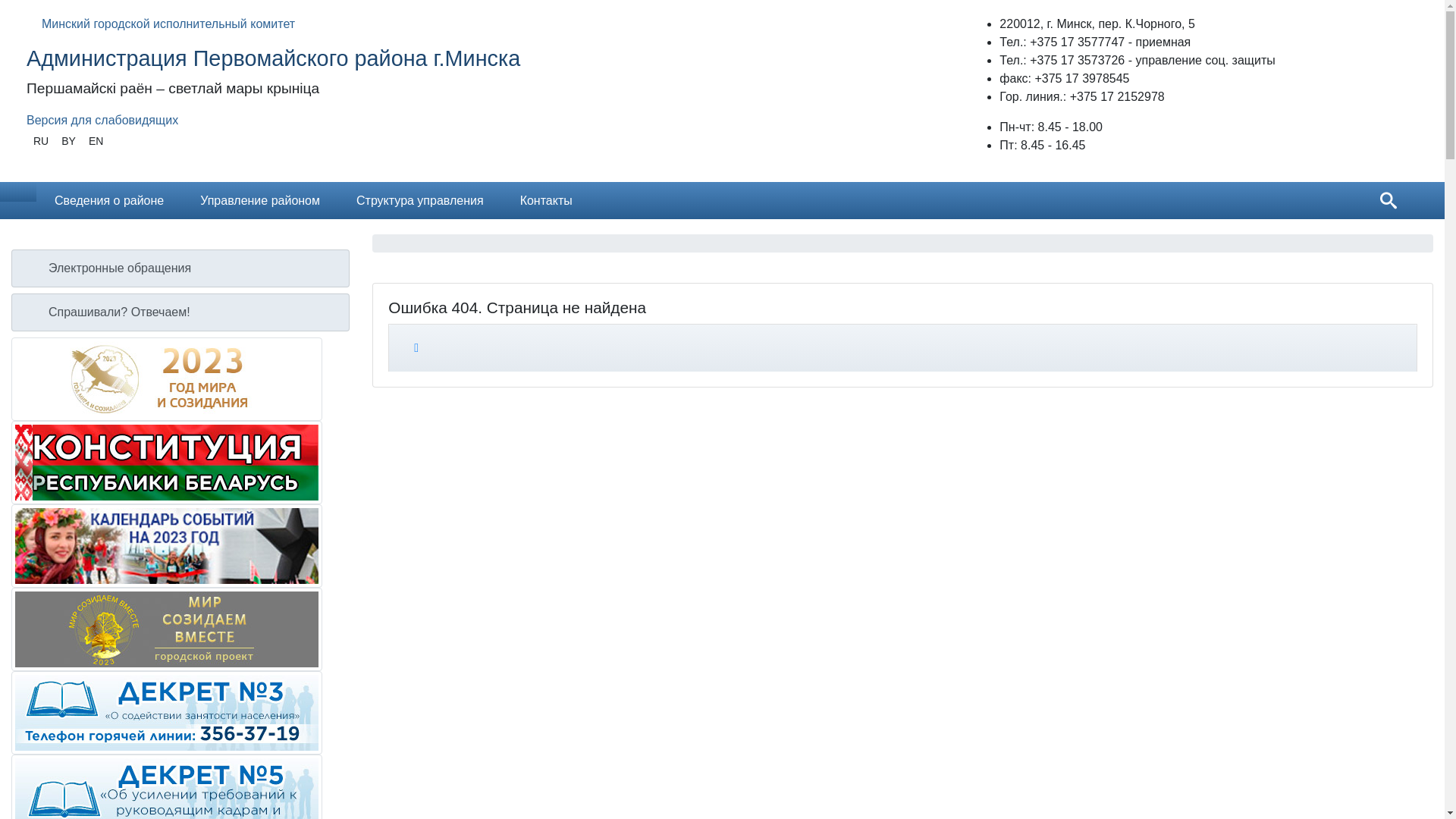 Image resolution: width=1456 pixels, height=819 pixels. Describe the element at coordinates (67, 141) in the screenshot. I see `'BY'` at that location.